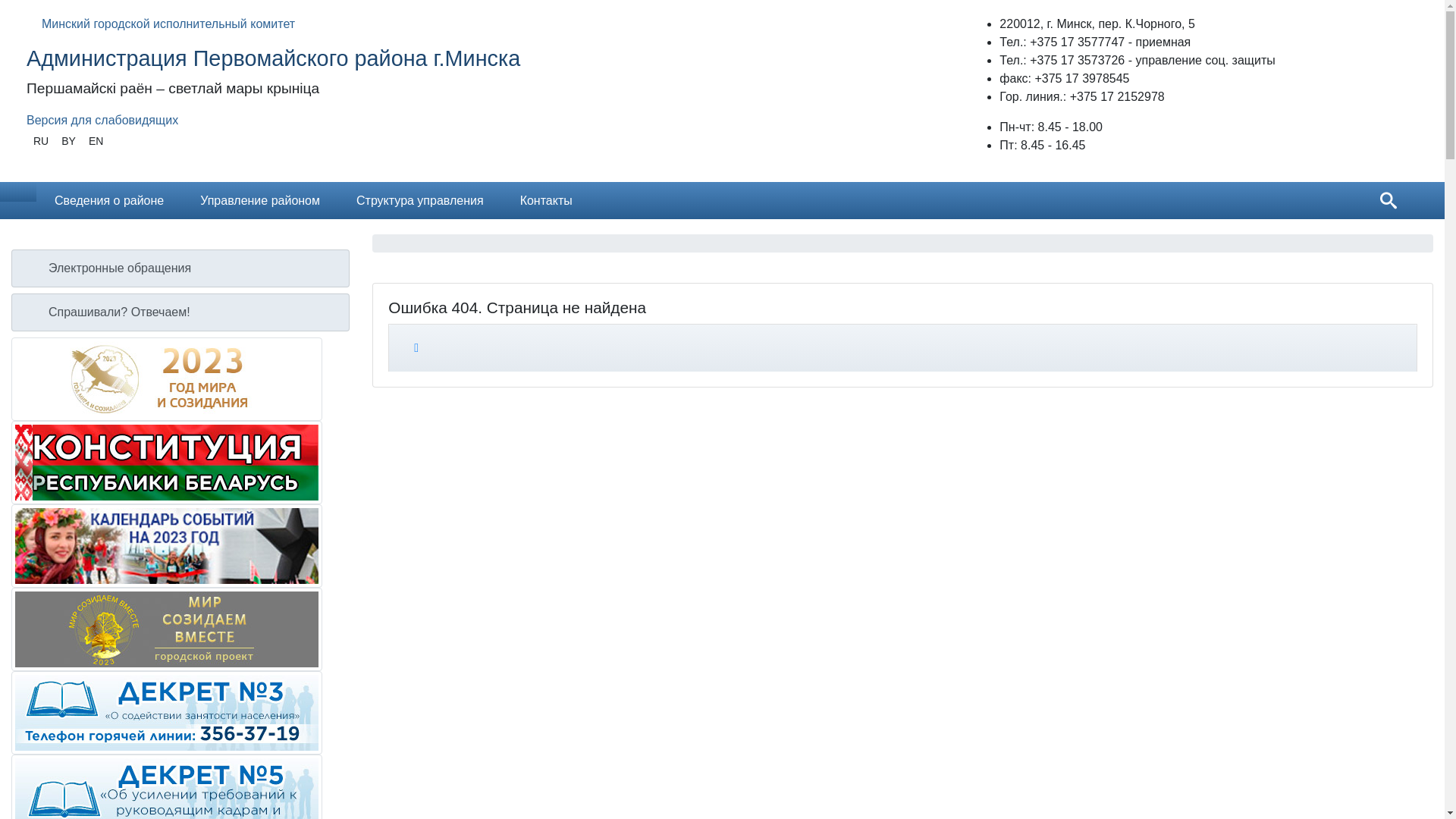 Image resolution: width=1456 pixels, height=819 pixels. Describe the element at coordinates (67, 141) in the screenshot. I see `'BY'` at that location.